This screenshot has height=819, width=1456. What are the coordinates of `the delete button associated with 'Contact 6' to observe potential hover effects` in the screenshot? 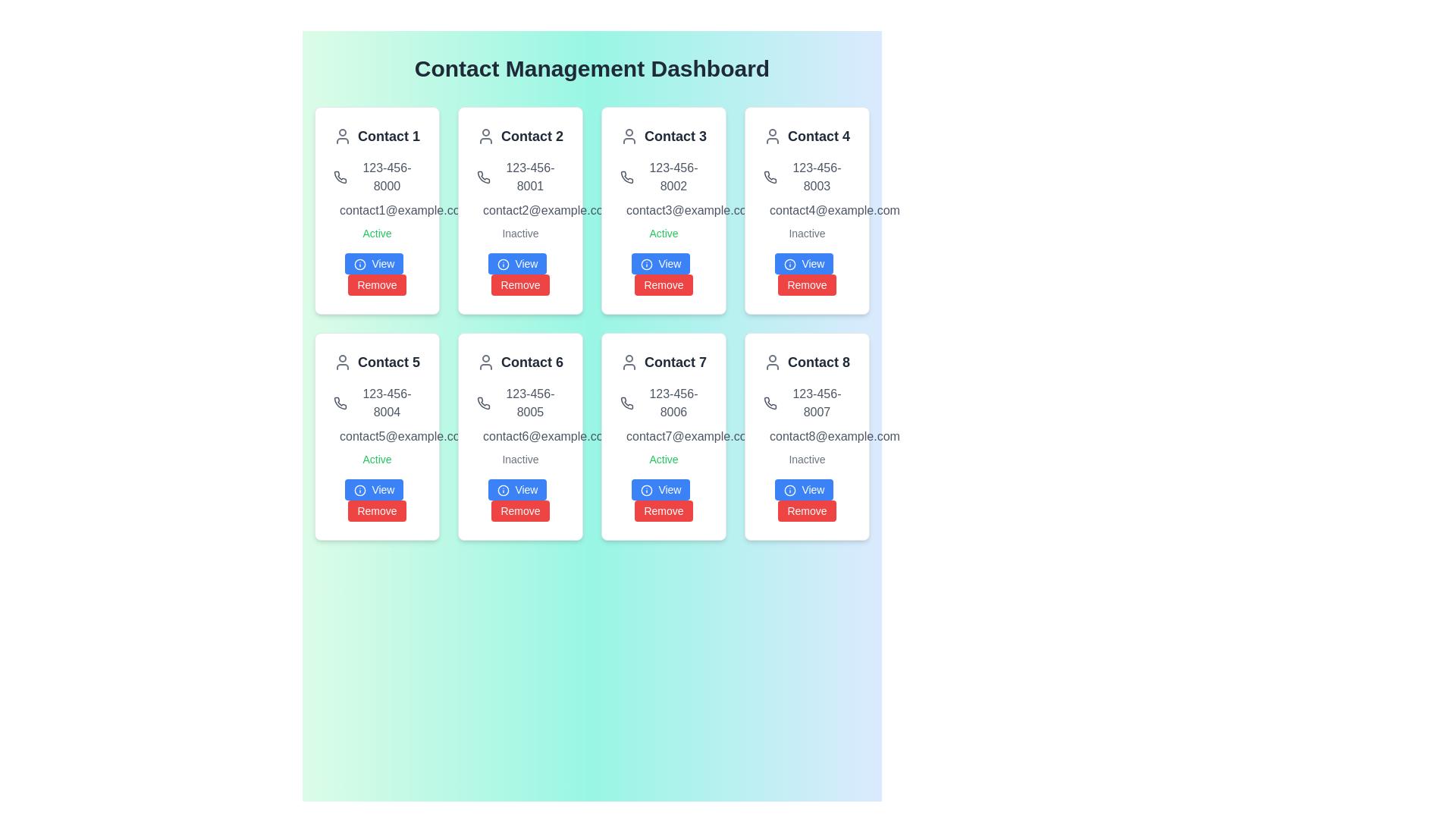 It's located at (520, 511).